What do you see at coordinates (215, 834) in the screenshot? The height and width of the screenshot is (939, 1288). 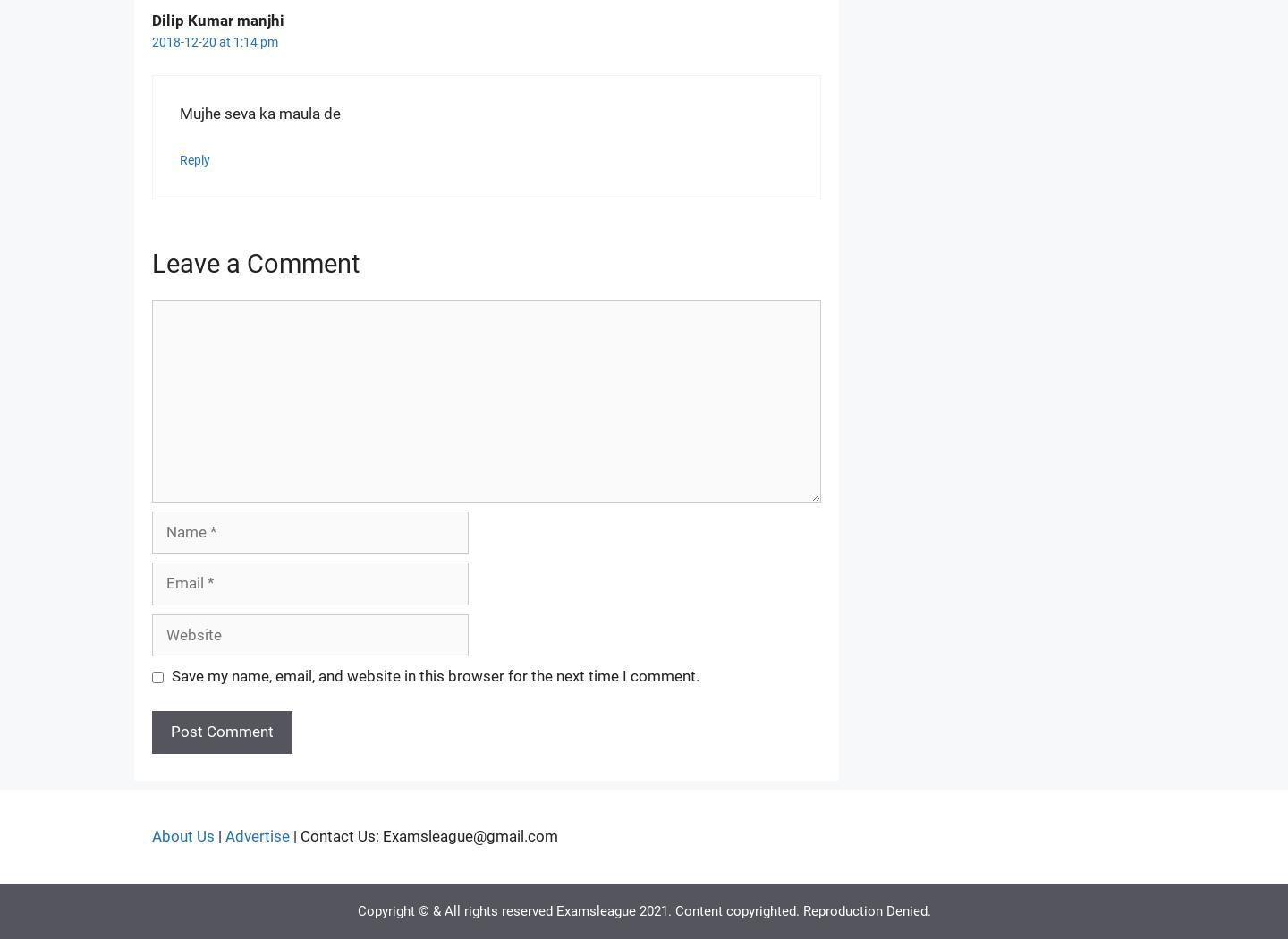 I see `'|'` at bounding box center [215, 834].